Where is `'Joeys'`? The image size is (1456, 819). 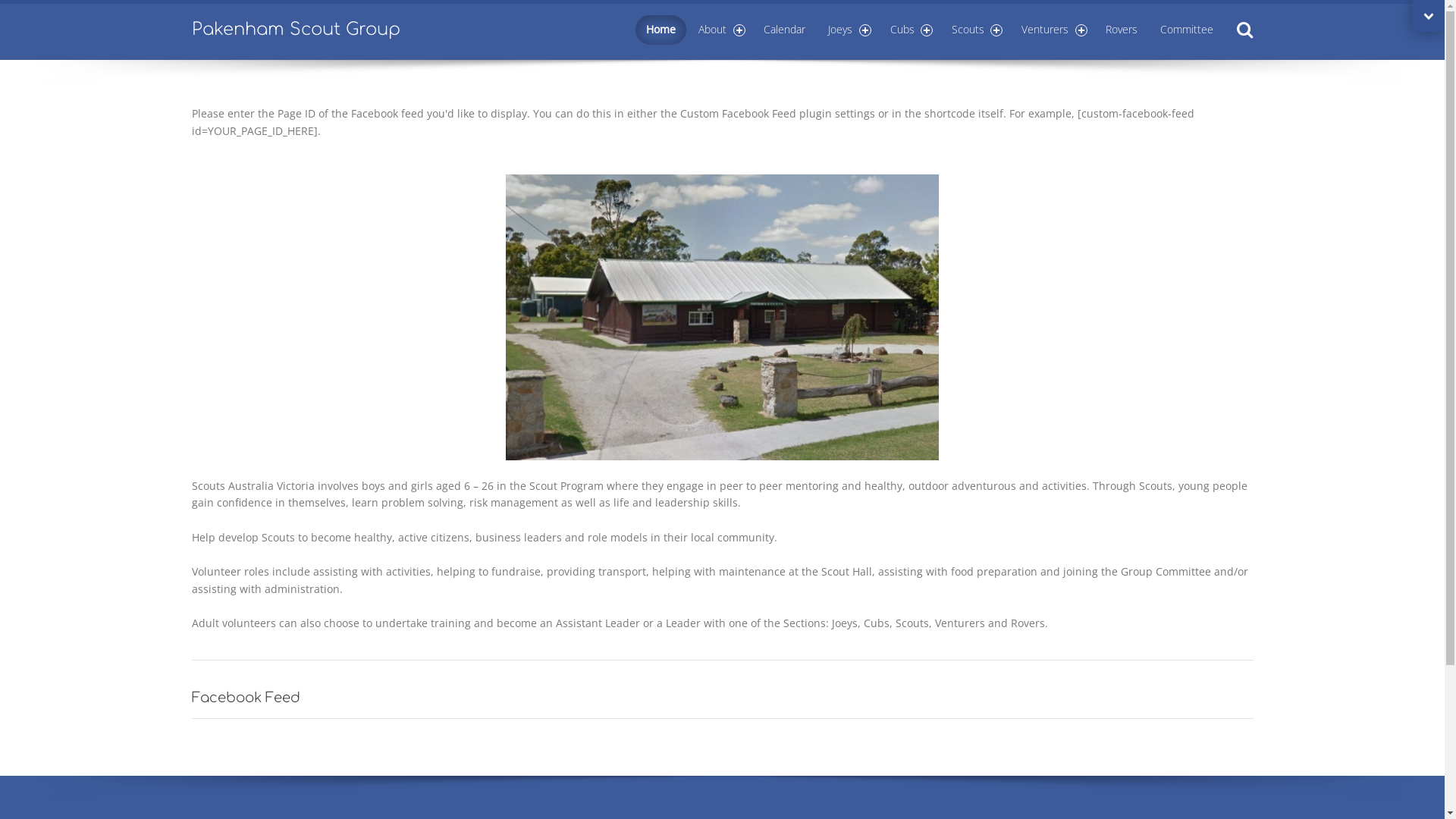 'Joeys' is located at coordinates (846, 30).